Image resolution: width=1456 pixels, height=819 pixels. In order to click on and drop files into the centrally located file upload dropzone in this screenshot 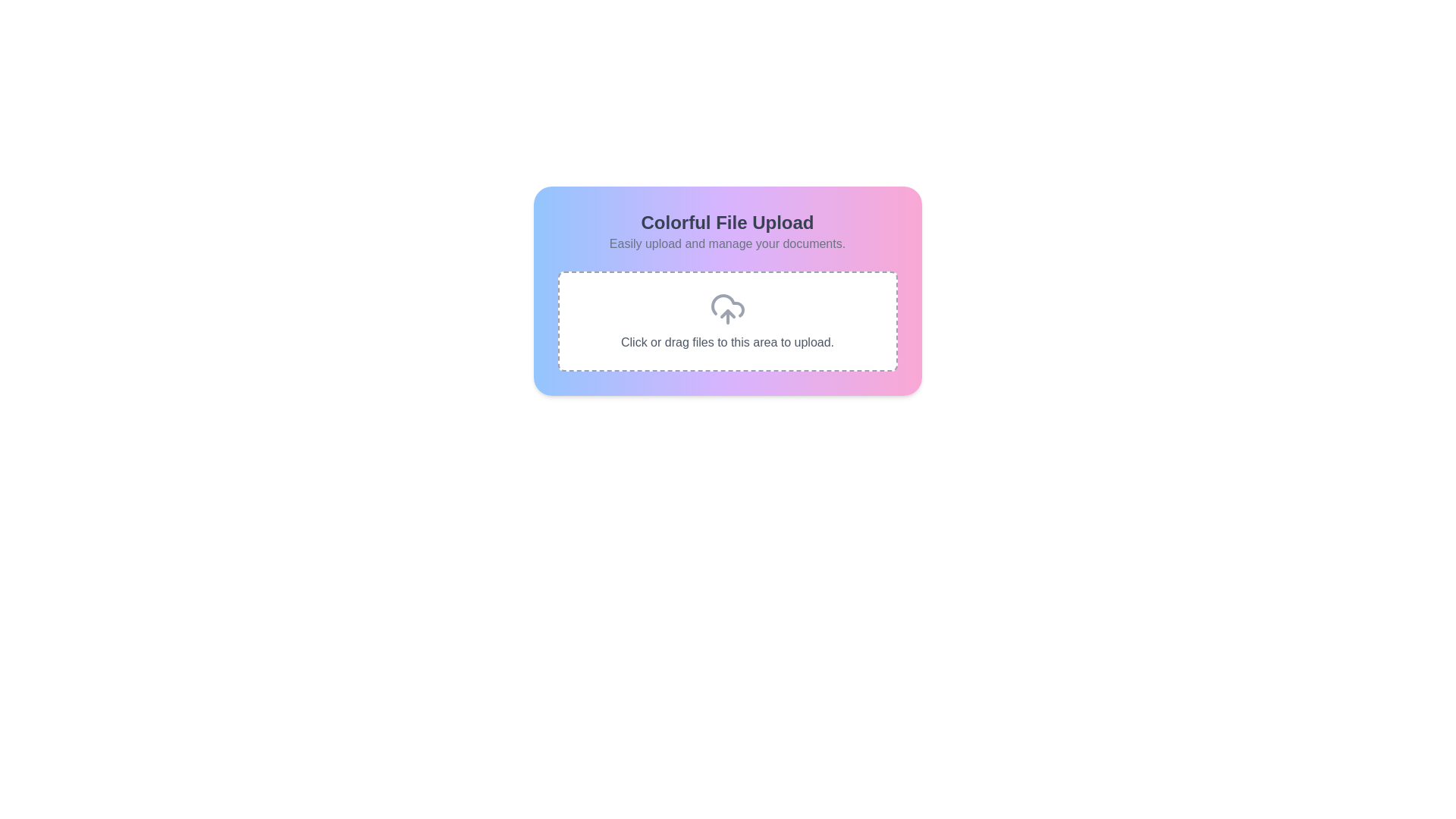, I will do `click(726, 321)`.